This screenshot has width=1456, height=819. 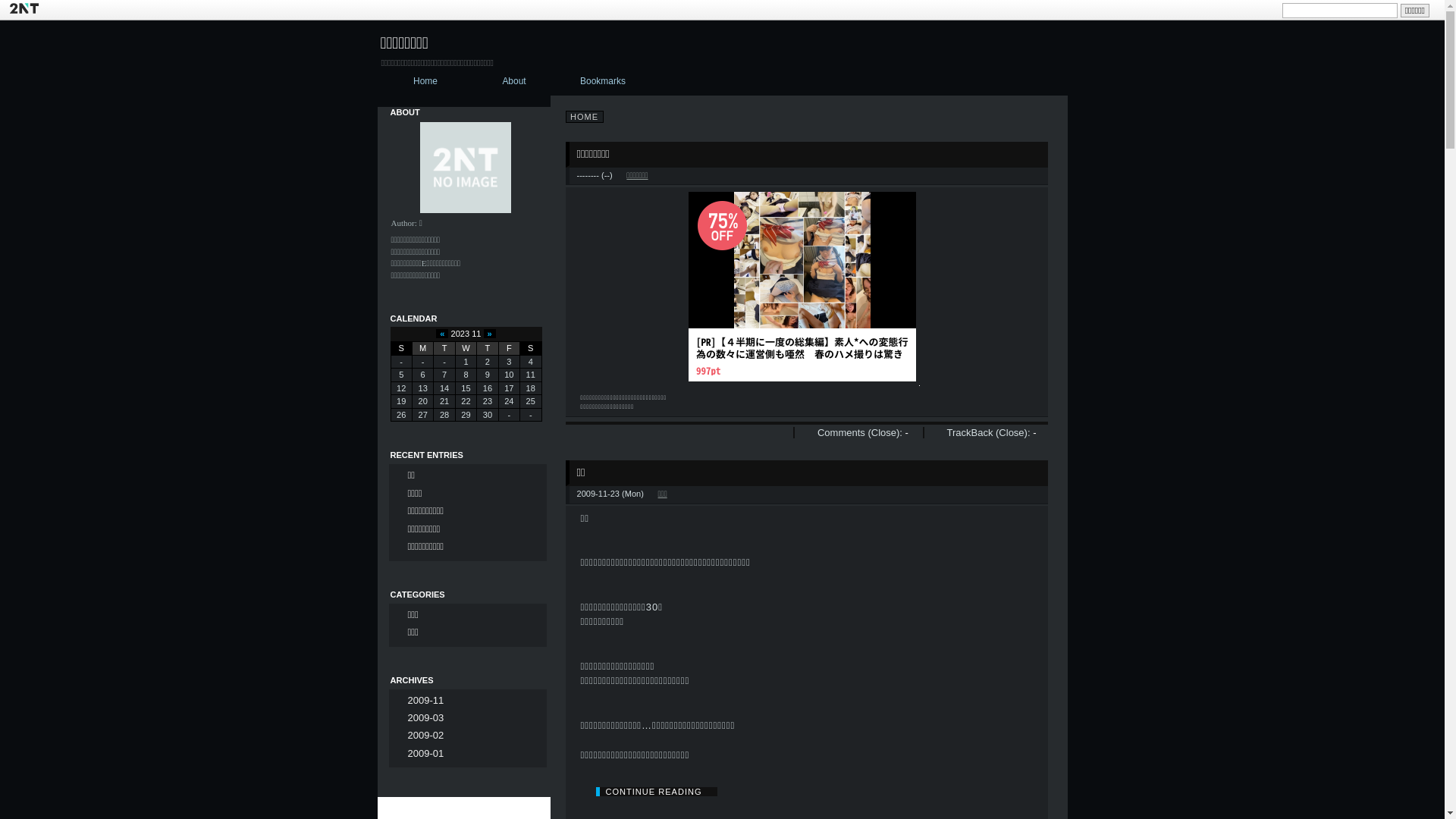 What do you see at coordinates (559, 82) in the screenshot?
I see `'Bookmarks'` at bounding box center [559, 82].